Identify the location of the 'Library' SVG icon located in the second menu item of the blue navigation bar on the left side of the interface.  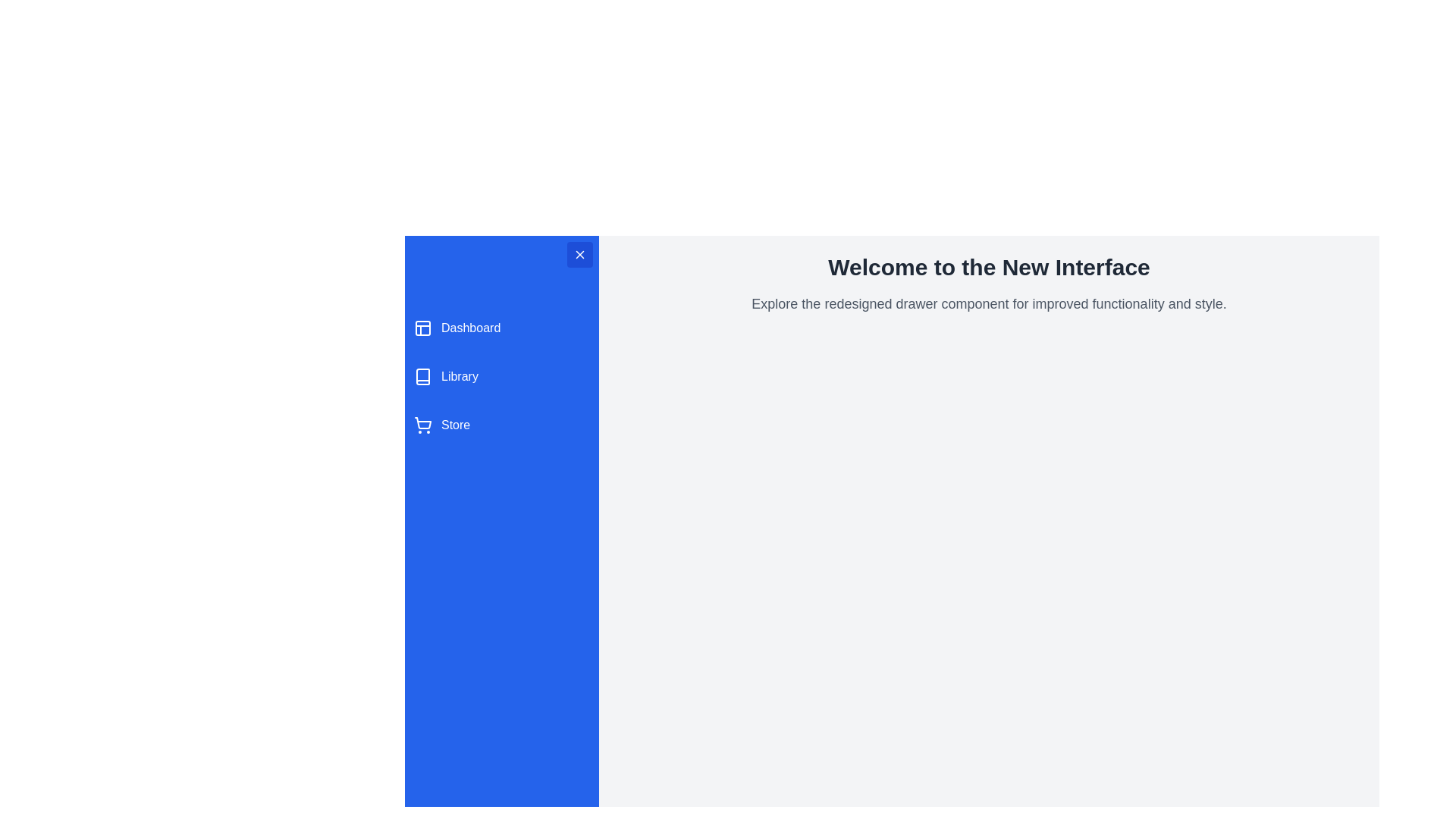
(422, 376).